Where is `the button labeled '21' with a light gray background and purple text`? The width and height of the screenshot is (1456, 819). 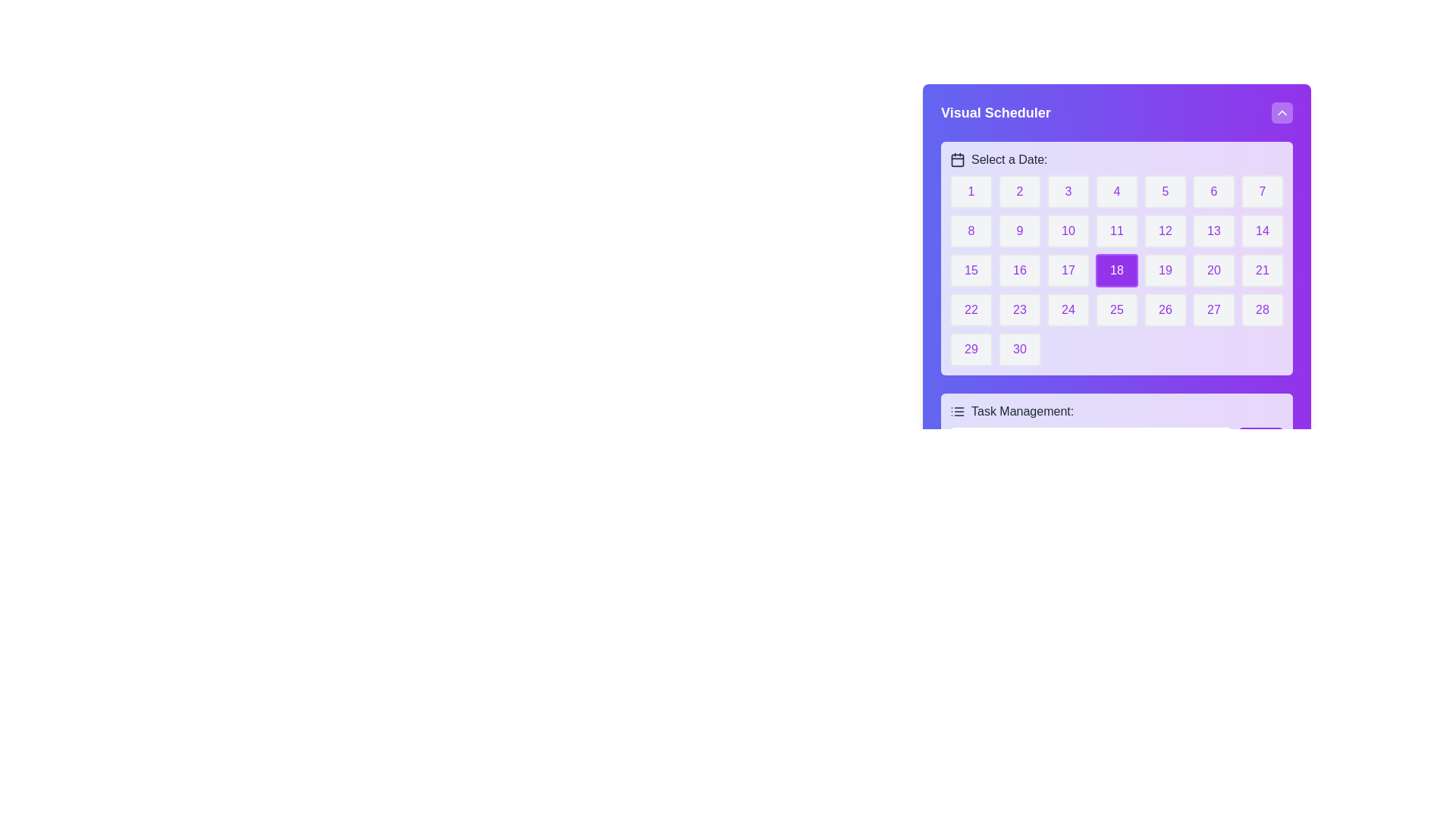 the button labeled '21' with a light gray background and purple text is located at coordinates (1263, 270).